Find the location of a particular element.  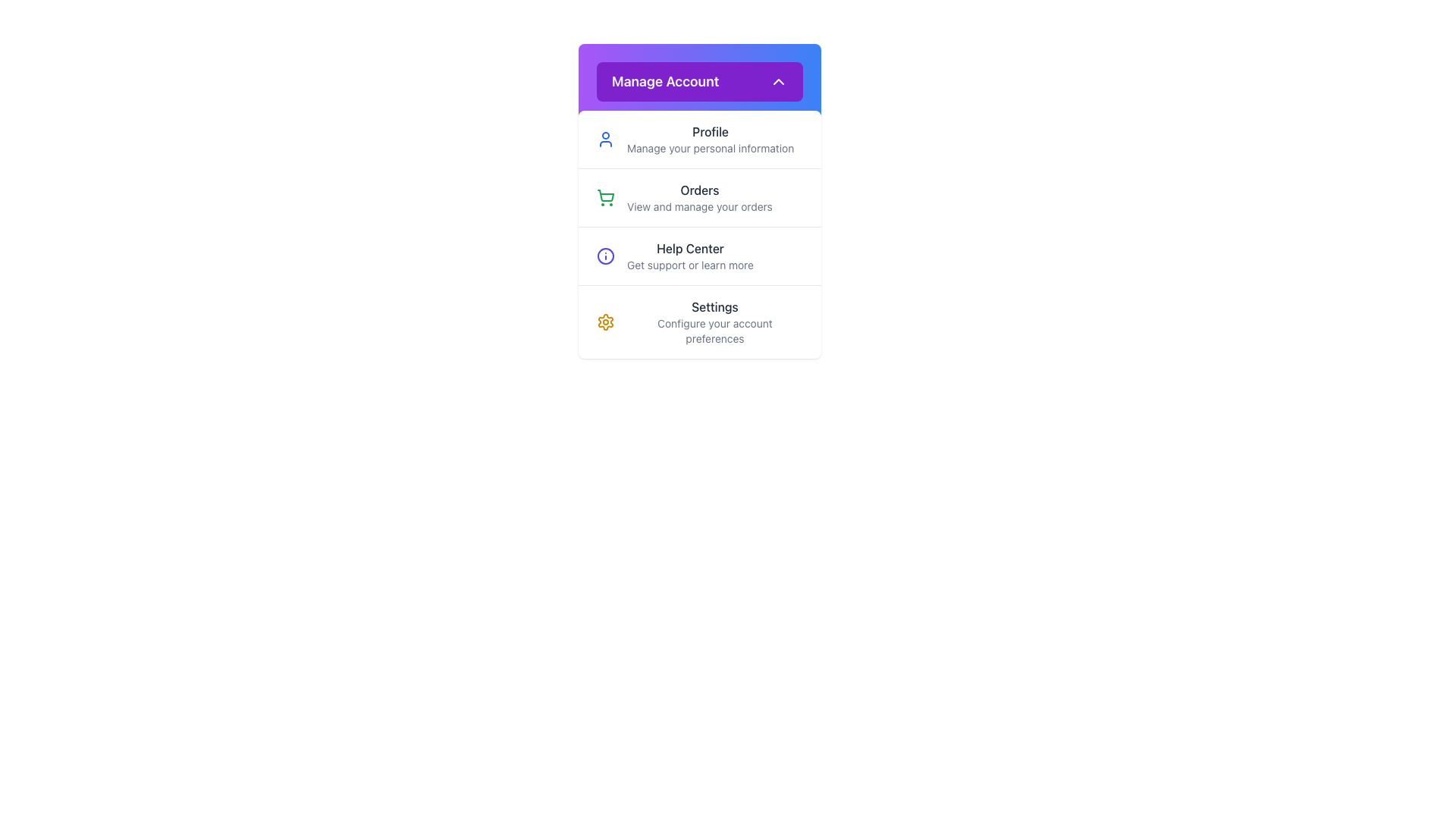

the text block that contains the message 'Configure your account preferences', which is styled with a smaller font size and gray color, positioned directly below the 'Settings' header is located at coordinates (714, 330).